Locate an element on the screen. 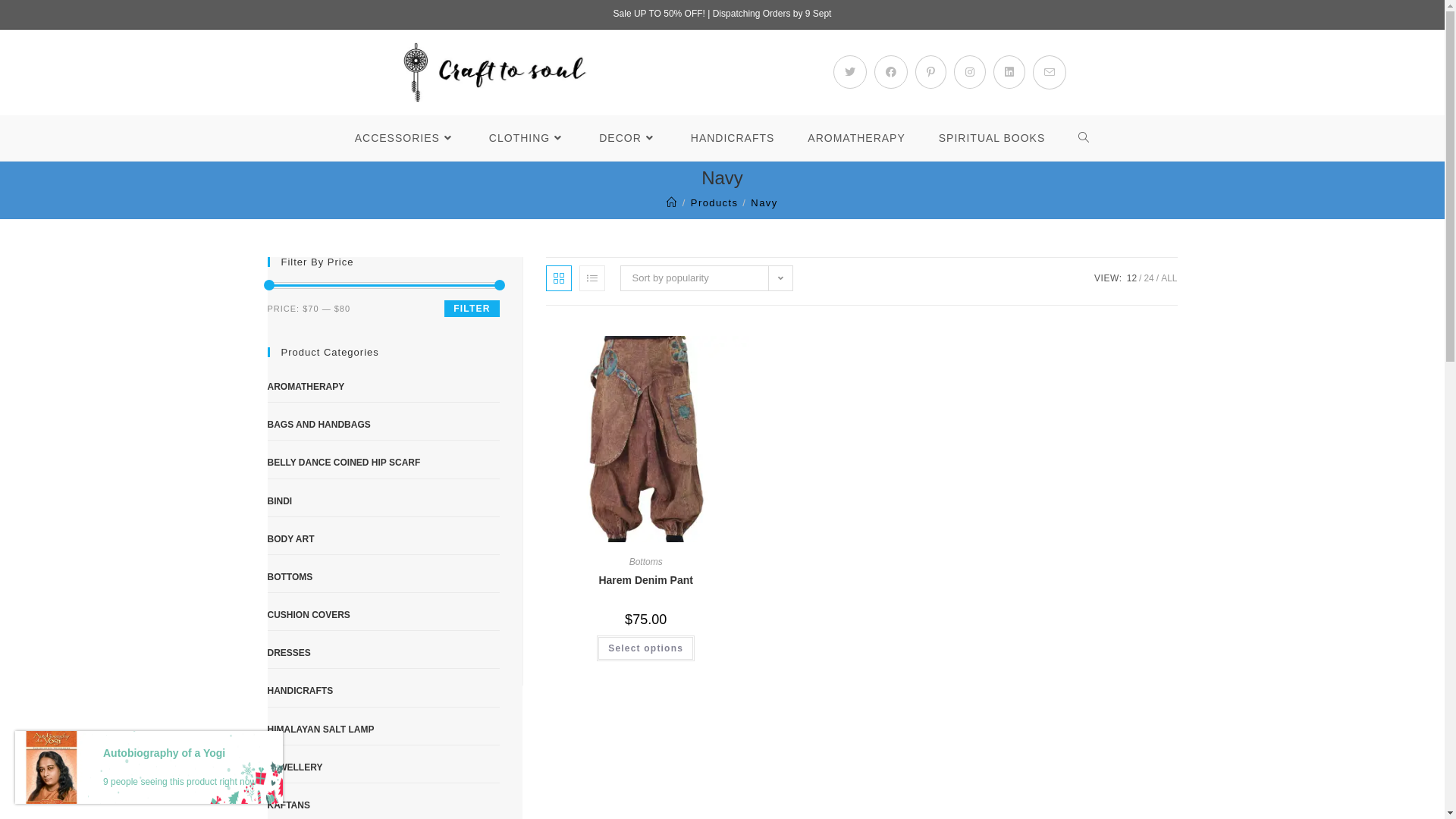  'Navy' is located at coordinates (764, 202).